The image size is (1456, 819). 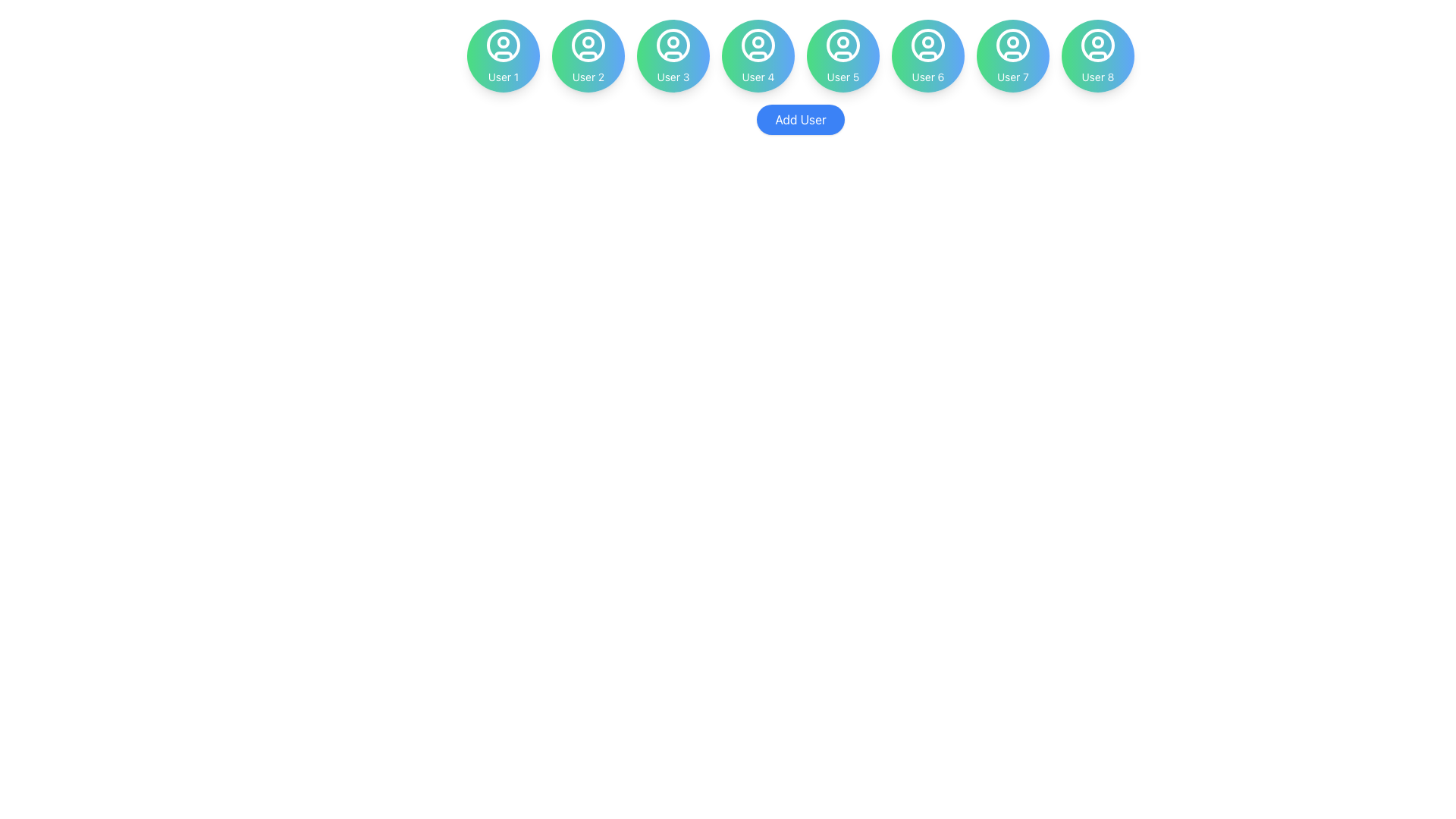 I want to click on the user button labeled 'User 1', so click(x=503, y=55).